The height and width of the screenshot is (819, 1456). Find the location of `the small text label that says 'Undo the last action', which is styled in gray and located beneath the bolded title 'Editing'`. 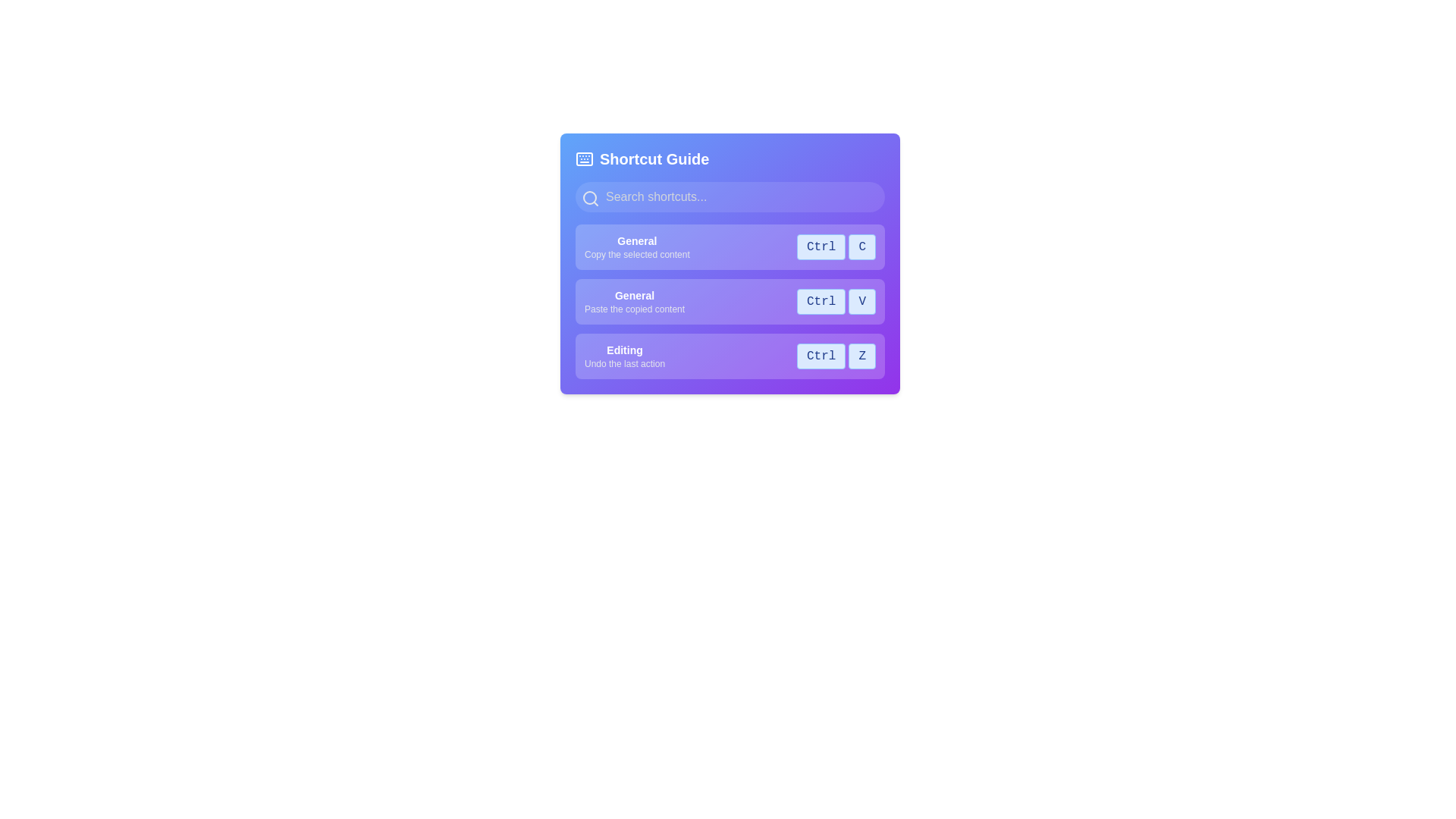

the small text label that says 'Undo the last action', which is styled in gray and located beneath the bolded title 'Editing' is located at coordinates (625, 363).